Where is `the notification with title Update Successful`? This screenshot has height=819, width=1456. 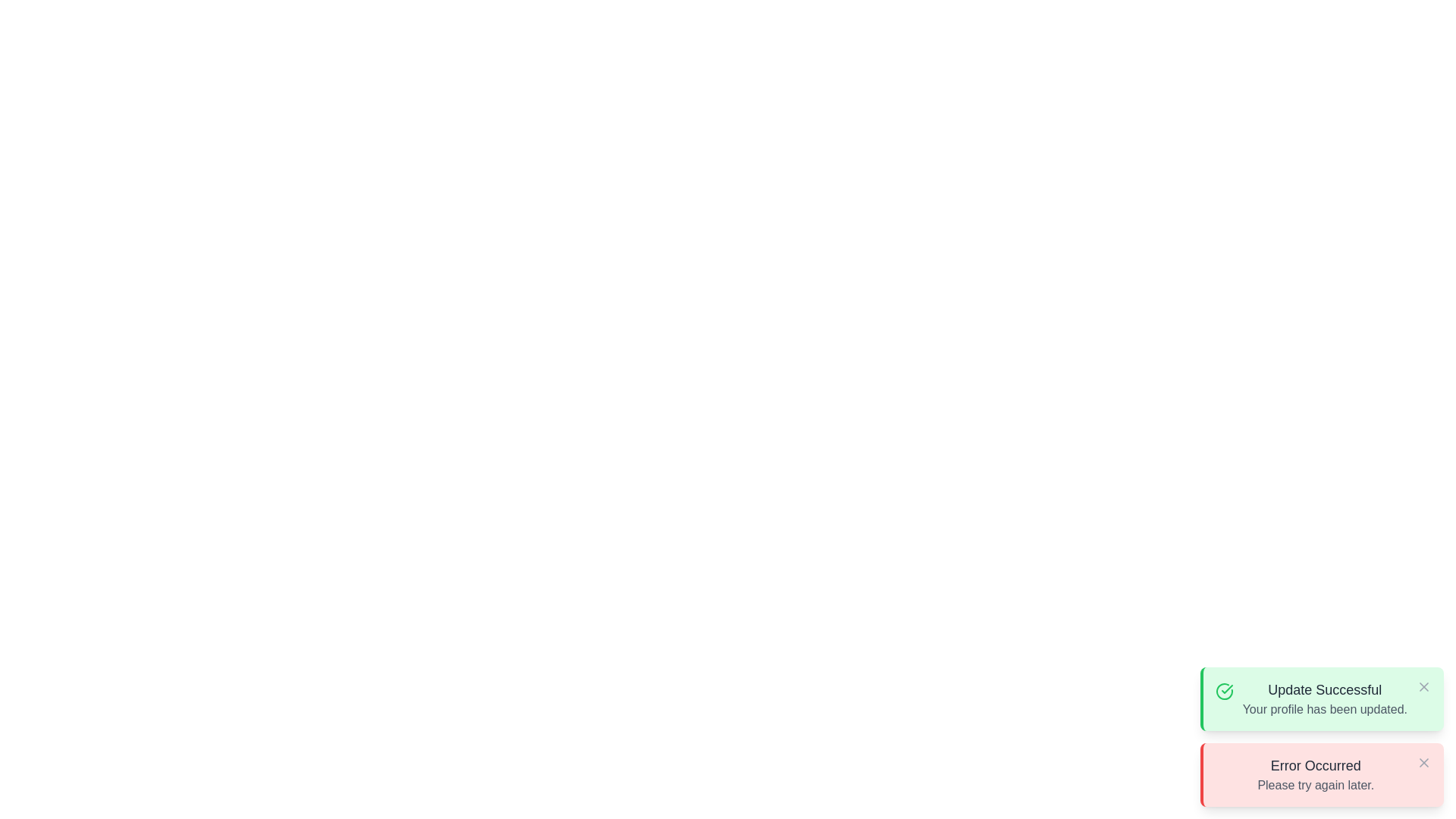 the notification with title Update Successful is located at coordinates (1320, 698).